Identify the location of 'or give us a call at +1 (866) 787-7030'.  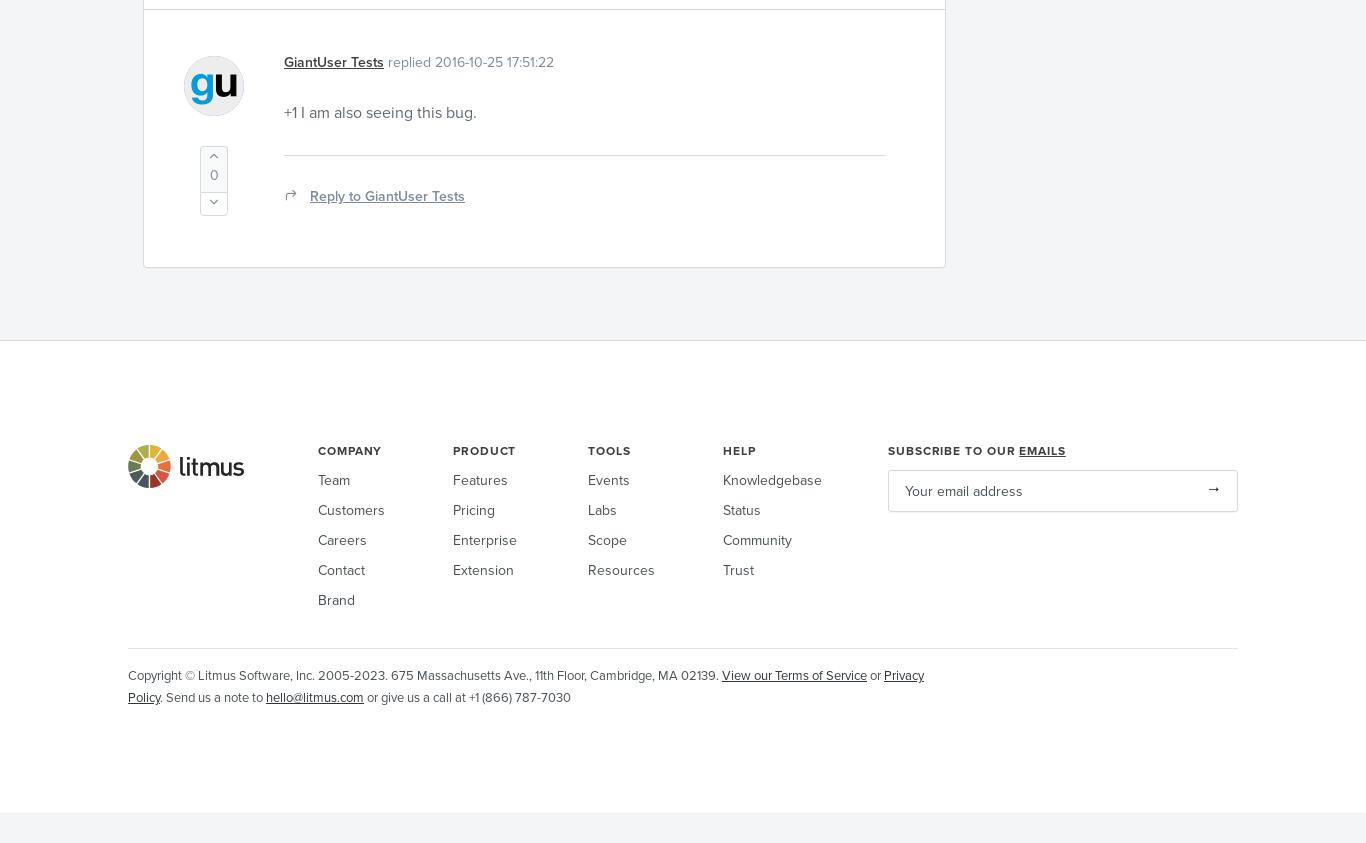
(467, 697).